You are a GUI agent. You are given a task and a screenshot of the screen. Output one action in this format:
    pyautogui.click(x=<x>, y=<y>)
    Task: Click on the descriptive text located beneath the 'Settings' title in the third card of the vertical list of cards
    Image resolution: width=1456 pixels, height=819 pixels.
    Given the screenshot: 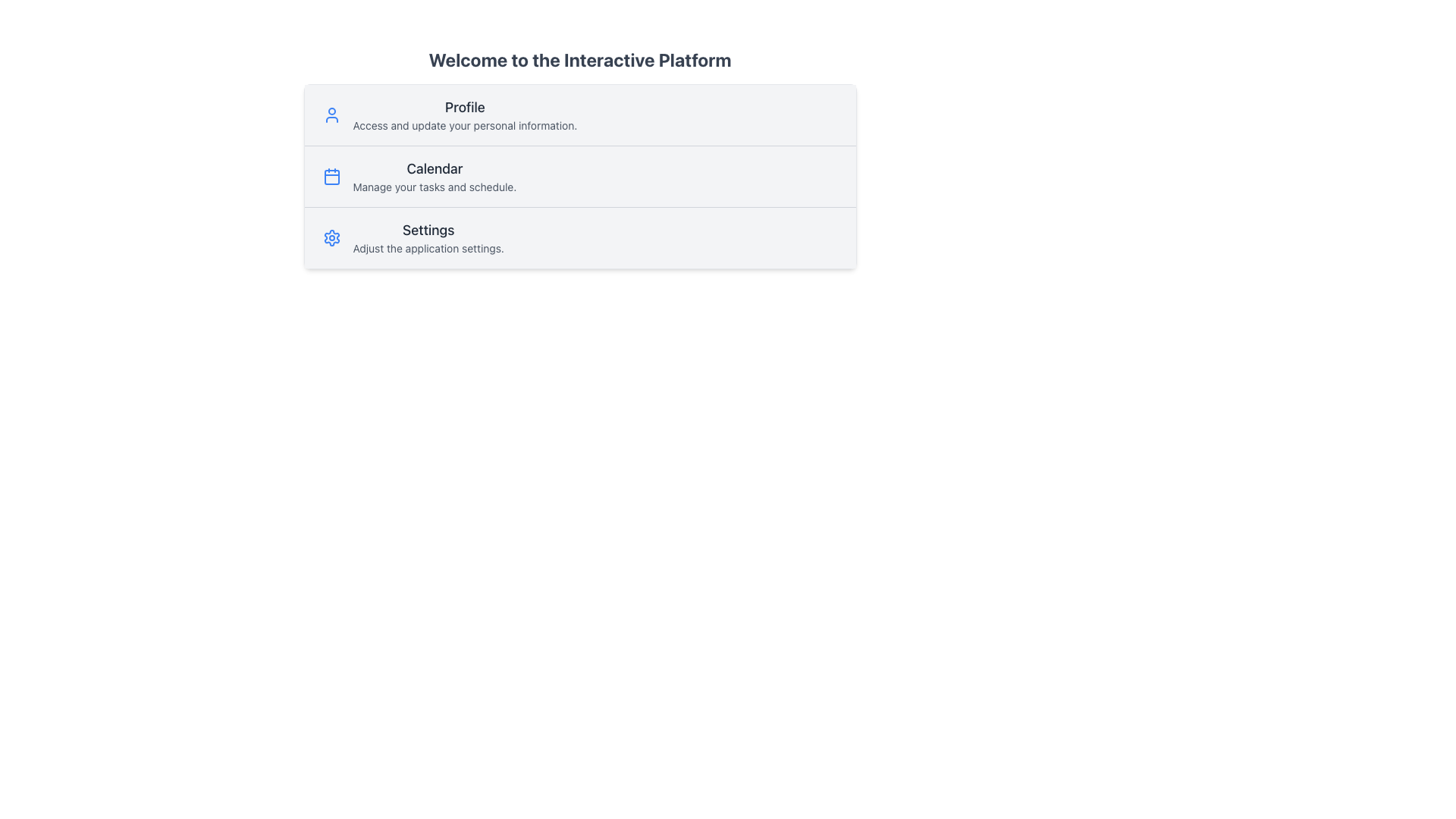 What is the action you would take?
    pyautogui.click(x=428, y=247)
    